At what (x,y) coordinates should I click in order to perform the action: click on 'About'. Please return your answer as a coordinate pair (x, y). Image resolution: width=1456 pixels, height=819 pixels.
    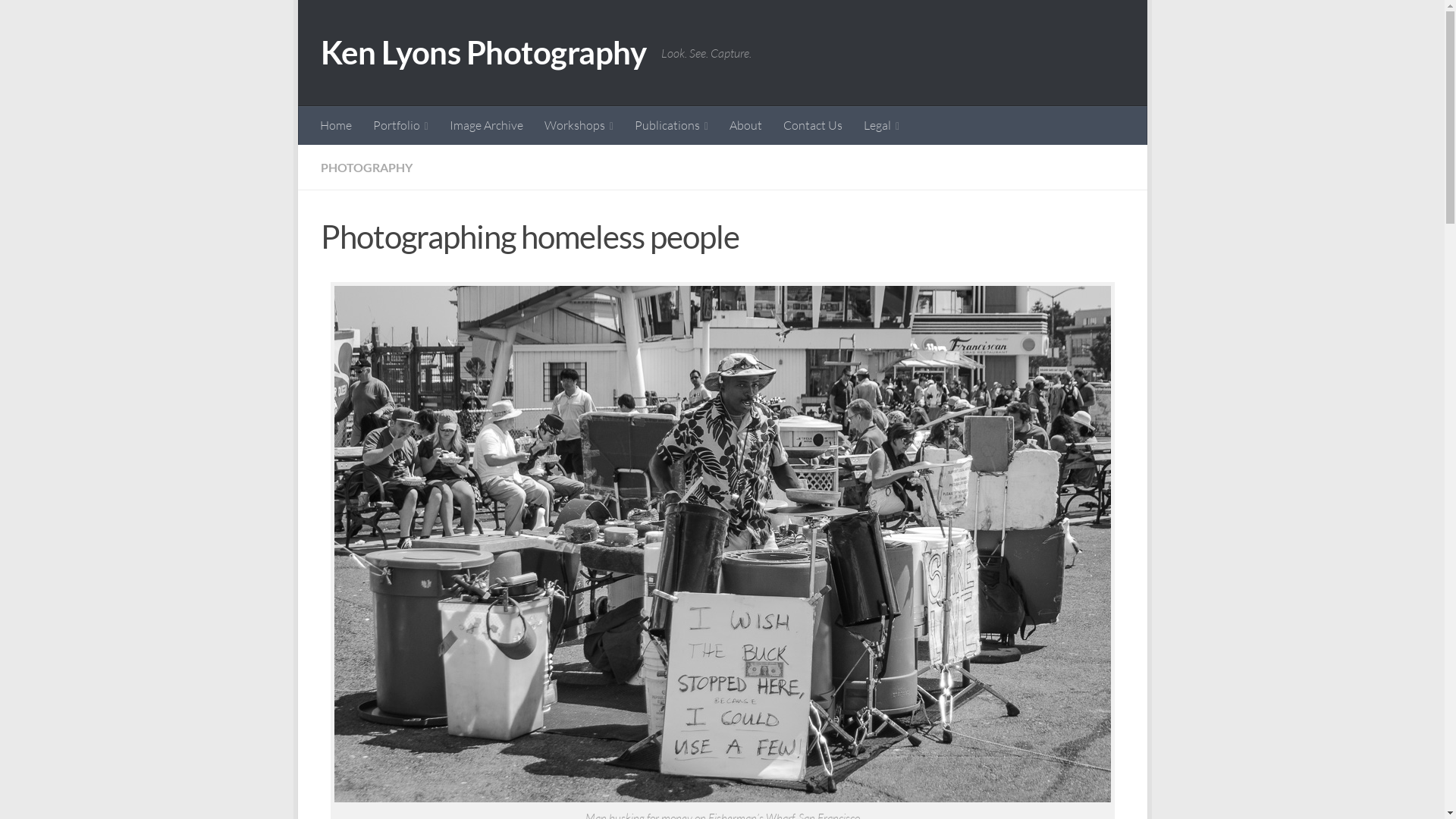
    Looking at the image, I should click on (718, 124).